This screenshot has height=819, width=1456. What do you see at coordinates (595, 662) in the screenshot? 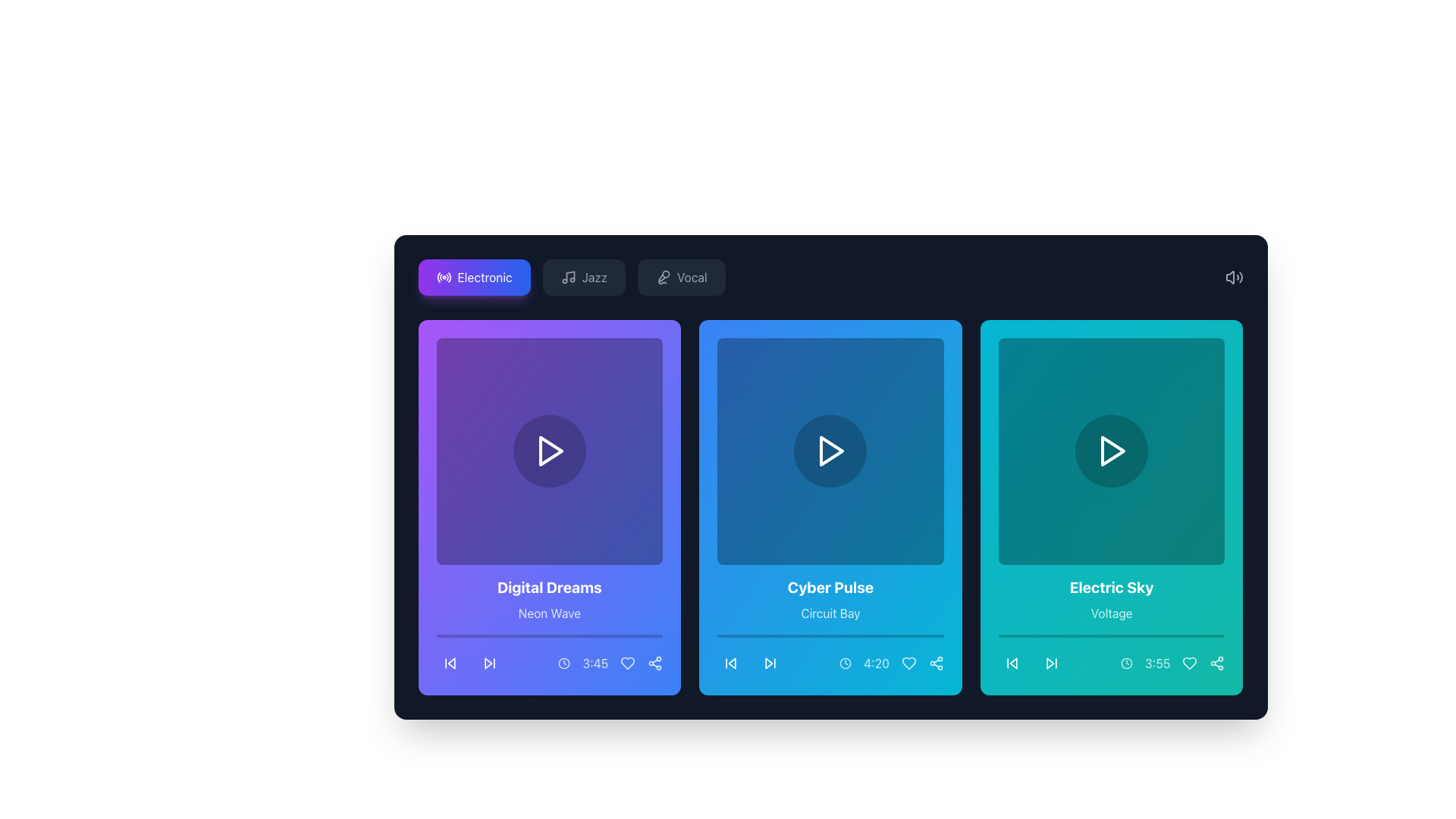
I see `the text label displaying the time '3:45'` at bounding box center [595, 662].